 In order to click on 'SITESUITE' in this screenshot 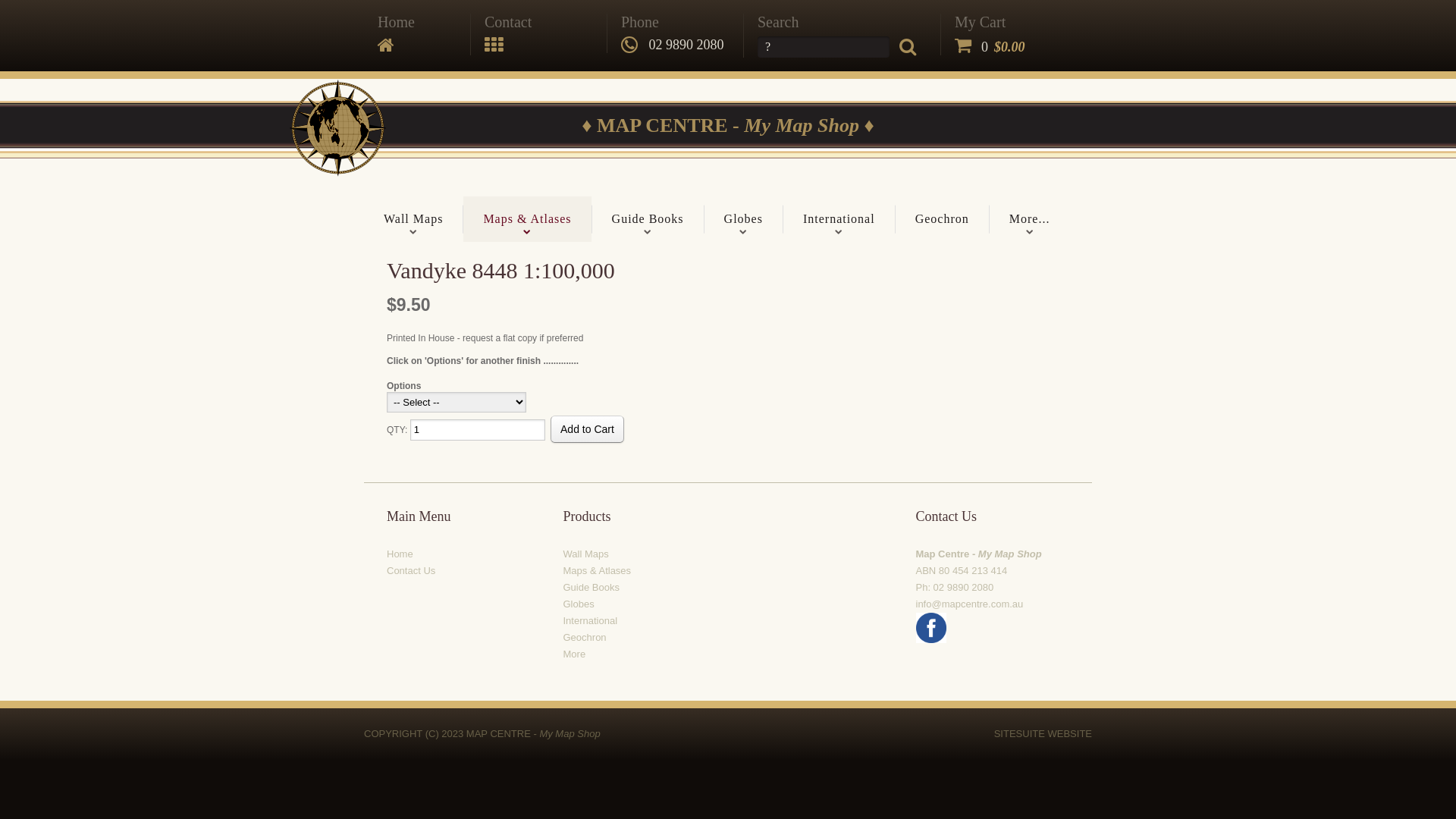, I will do `click(1019, 733)`.